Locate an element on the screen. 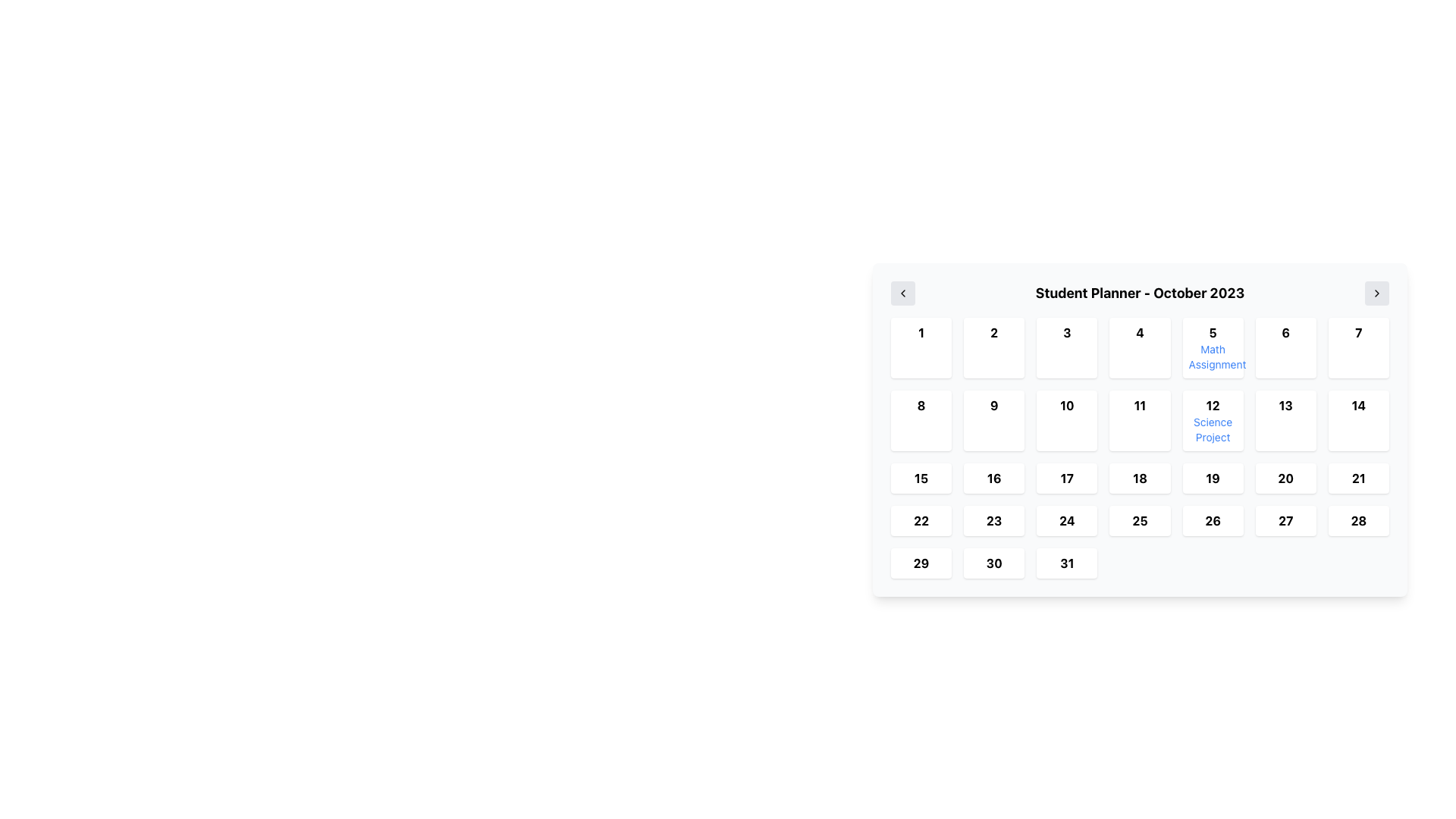 This screenshot has height=819, width=1456. the static text element displaying the numeric '25' in the interactive calendar grid is located at coordinates (1140, 519).